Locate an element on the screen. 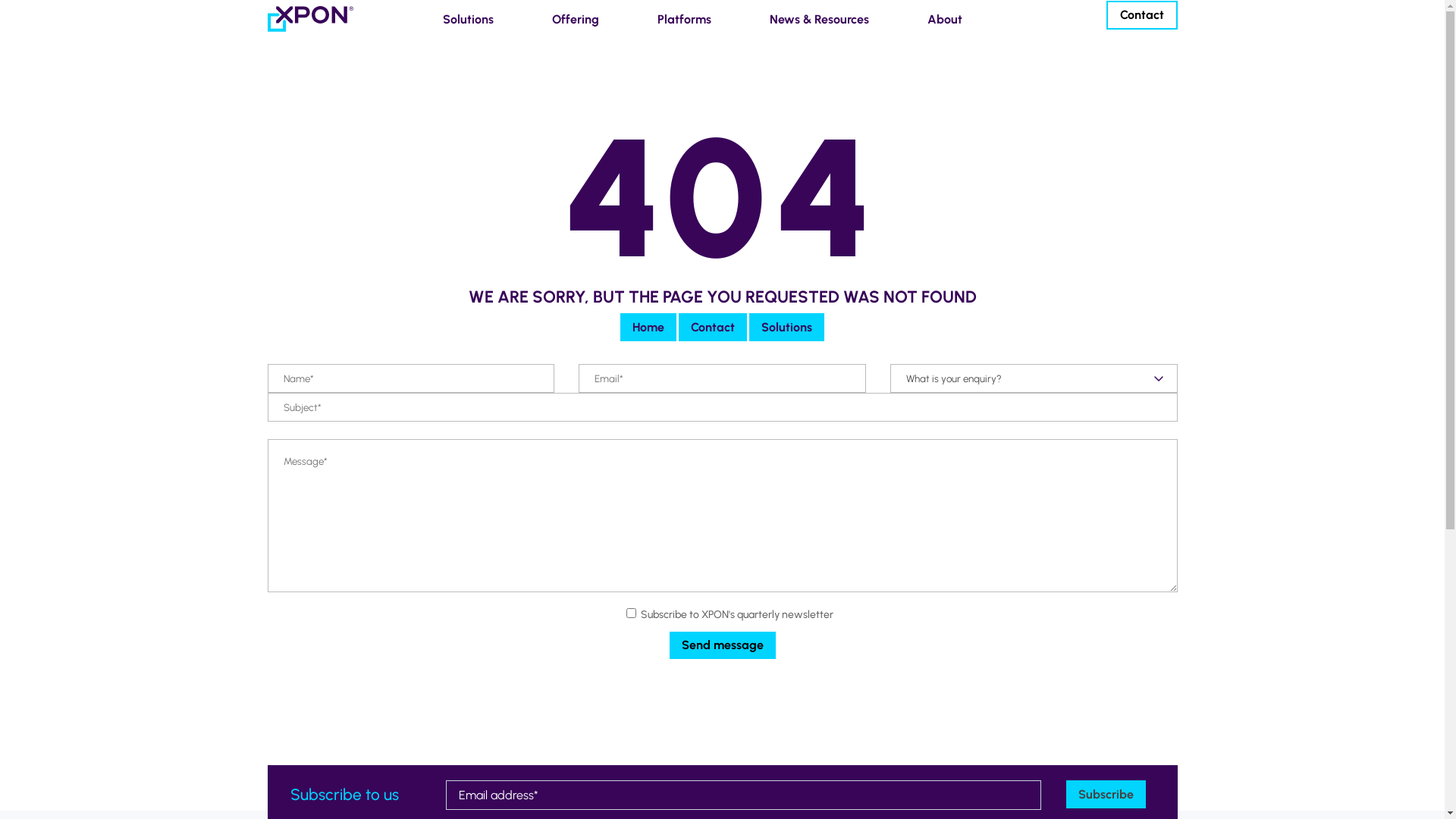  'xpon-logo' is located at coordinates (309, 18).